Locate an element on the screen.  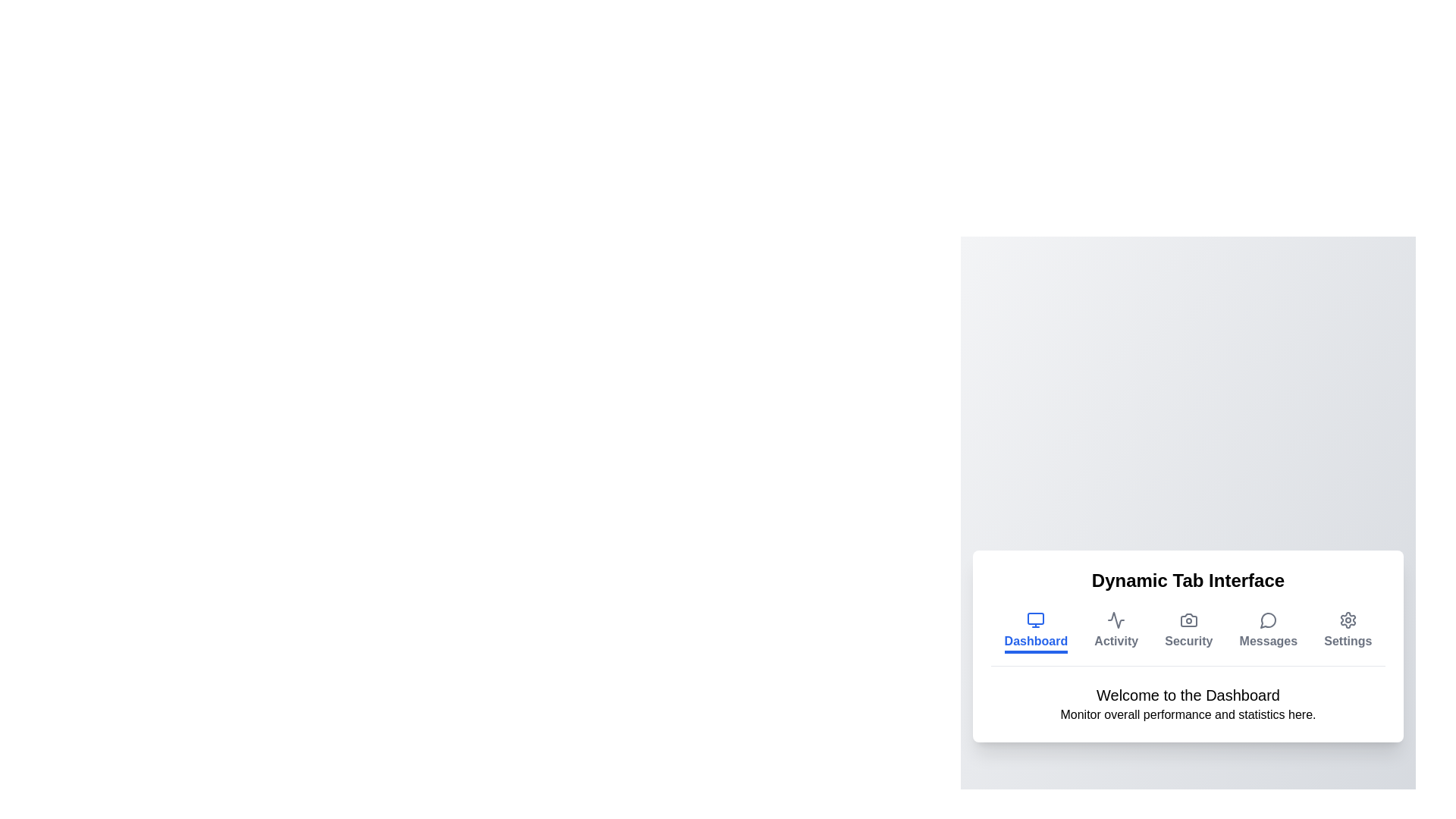
the 'Messages' button, which features a speech bubble icon and gray text, to observe the hover effects is located at coordinates (1268, 632).